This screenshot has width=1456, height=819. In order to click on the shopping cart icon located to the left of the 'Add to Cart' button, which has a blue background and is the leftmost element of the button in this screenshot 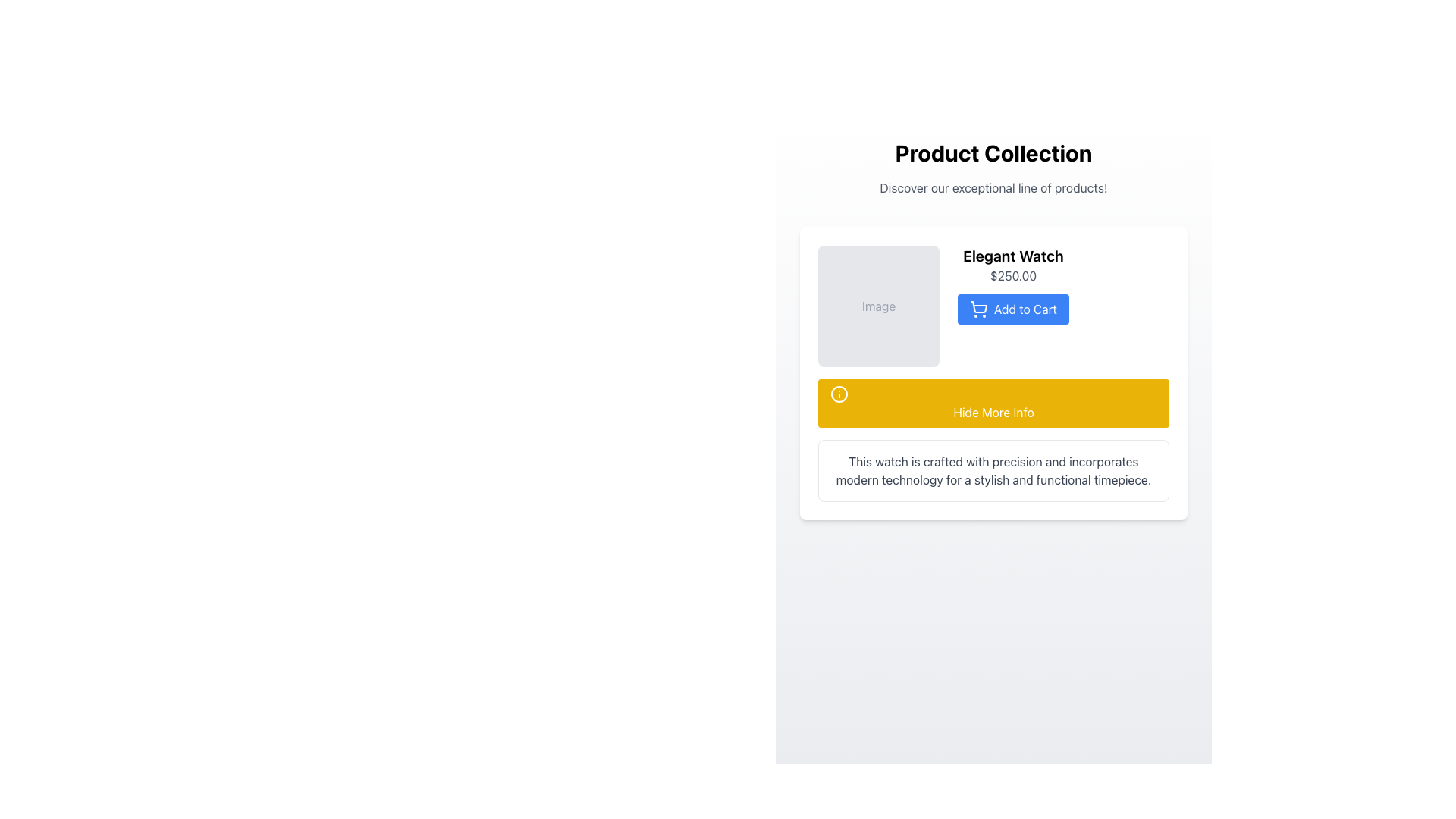, I will do `click(979, 309)`.